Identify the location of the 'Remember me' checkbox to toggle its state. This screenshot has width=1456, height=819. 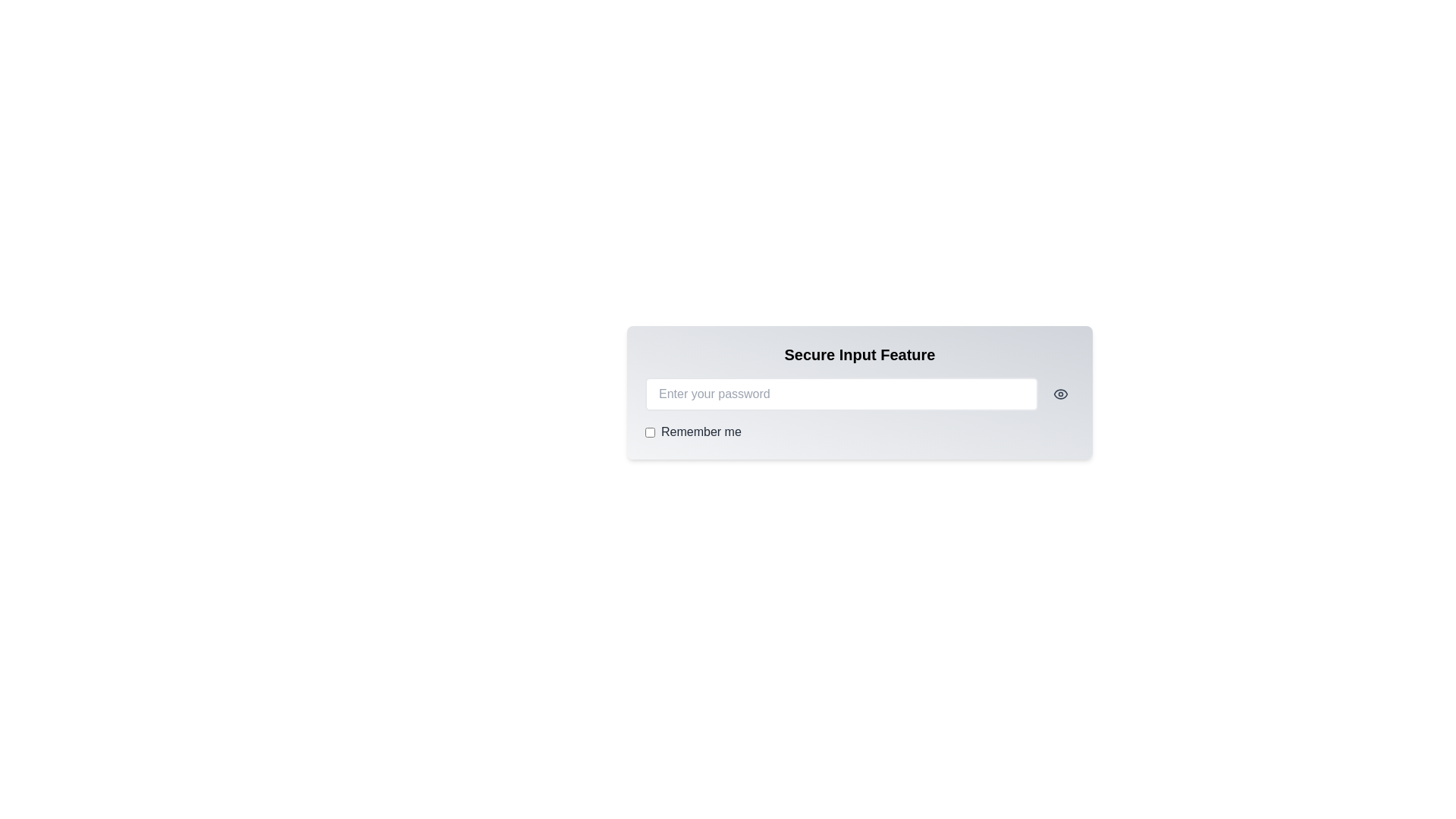
(650, 432).